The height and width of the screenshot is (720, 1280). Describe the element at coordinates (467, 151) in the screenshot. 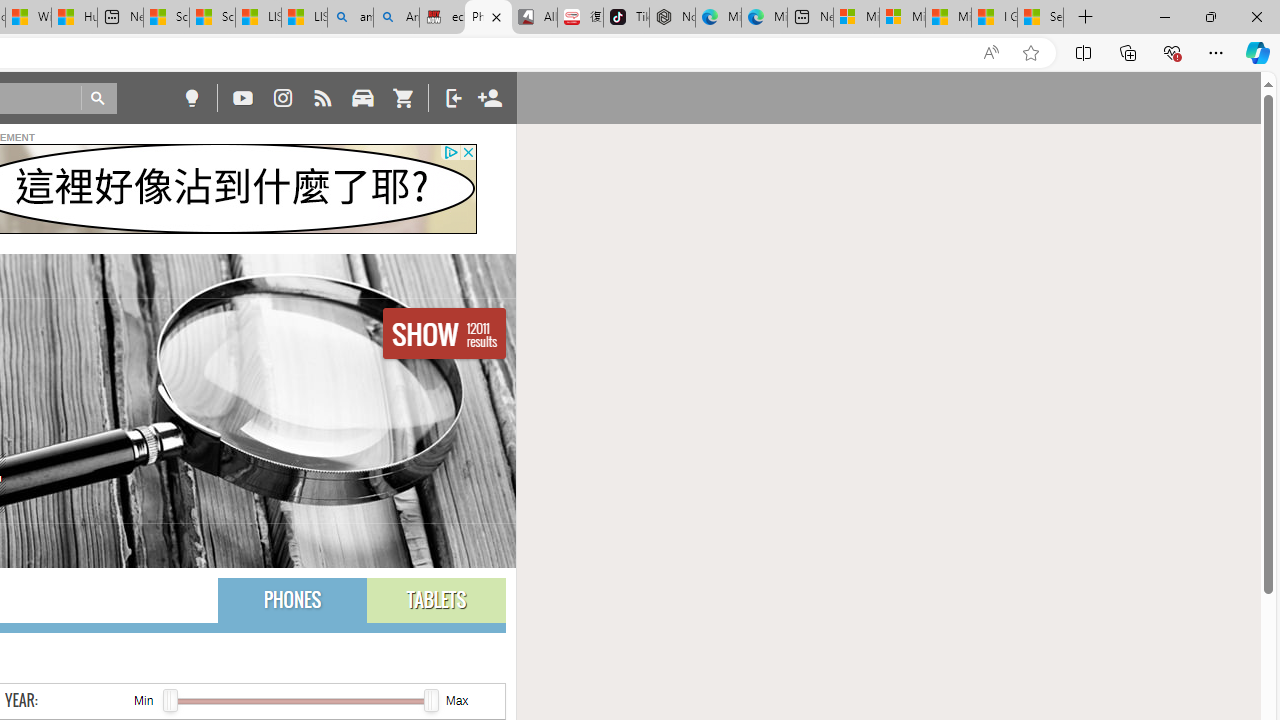

I see `'AutomationID: close_button_svg'` at that location.